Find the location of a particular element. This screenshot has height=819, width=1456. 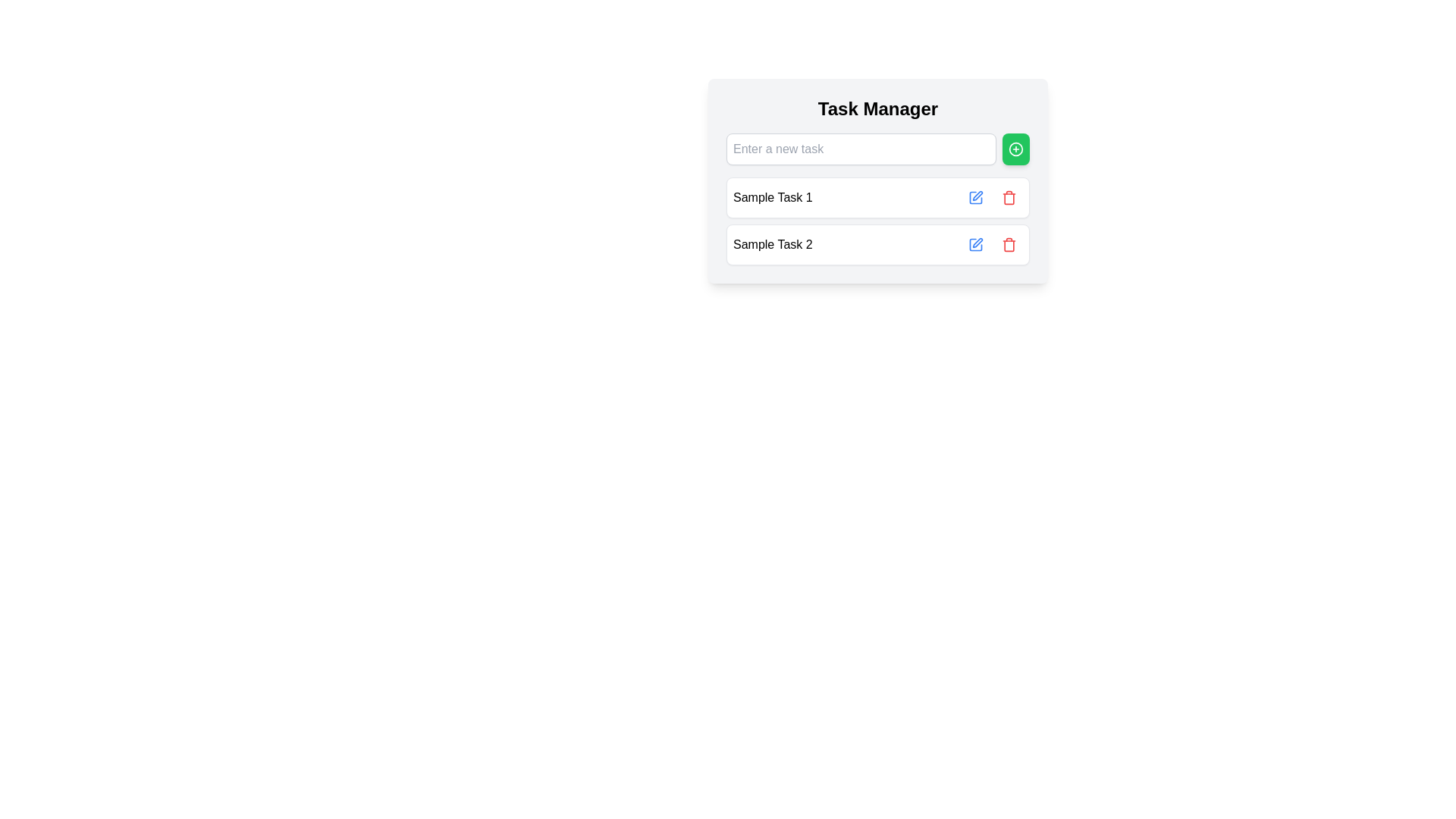

the blue pen icon for editing functionality located in the row for 'Sample Task 1' in the task management interface to trigger a visual effect is located at coordinates (975, 197).